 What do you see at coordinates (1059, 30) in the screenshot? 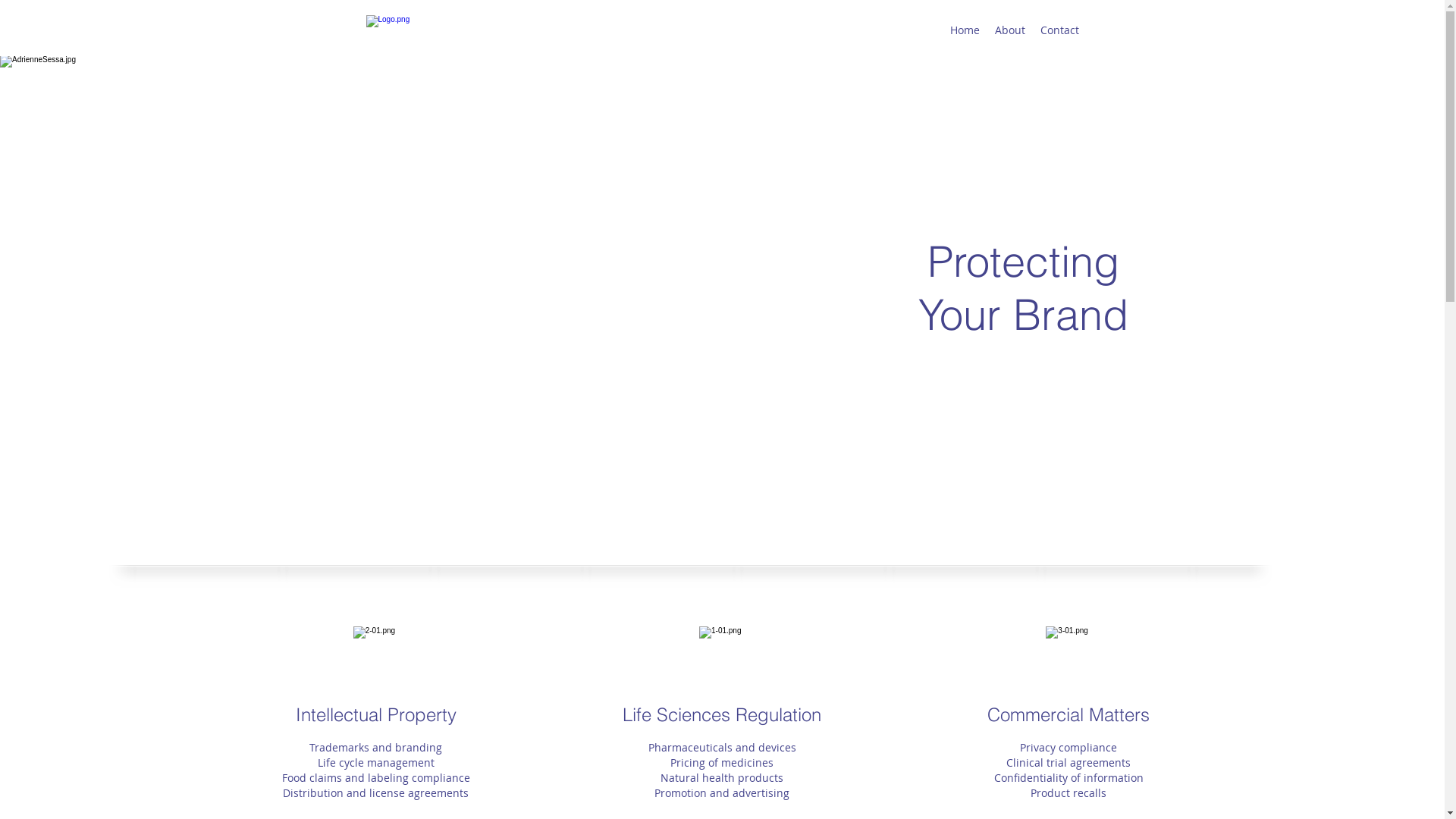
I see `'Contact'` at bounding box center [1059, 30].